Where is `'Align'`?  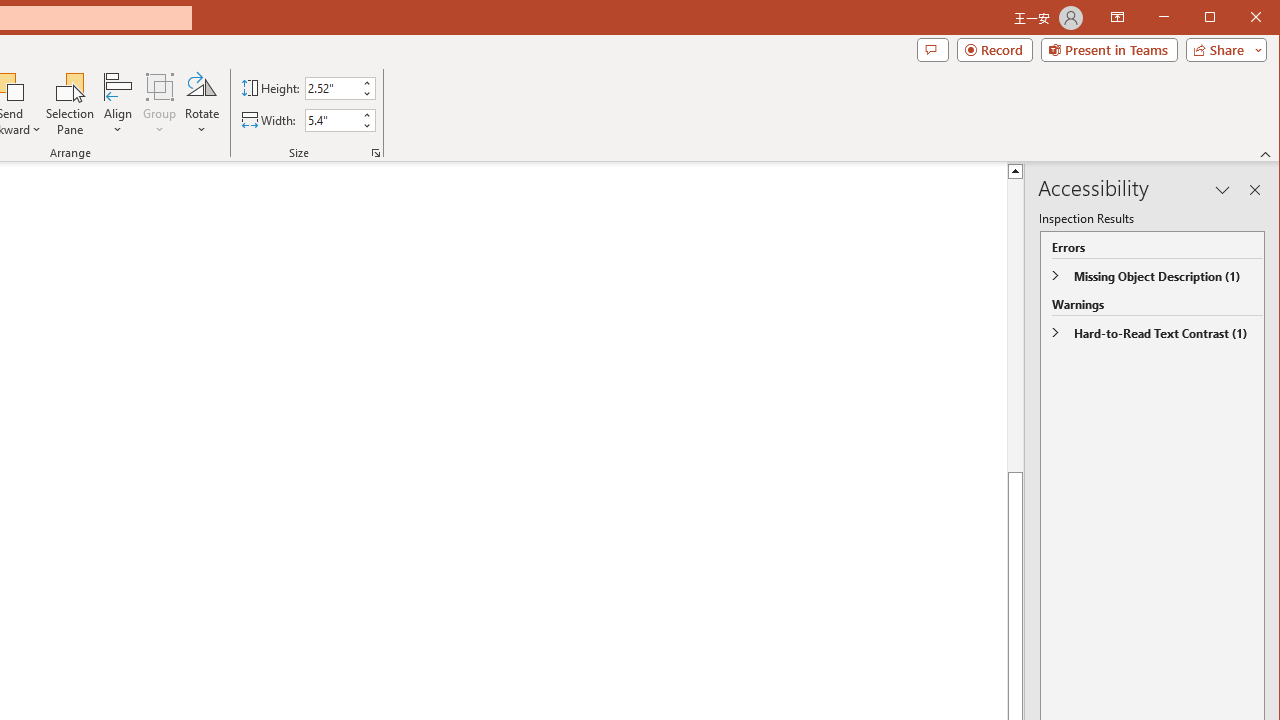
'Align' is located at coordinates (117, 104).